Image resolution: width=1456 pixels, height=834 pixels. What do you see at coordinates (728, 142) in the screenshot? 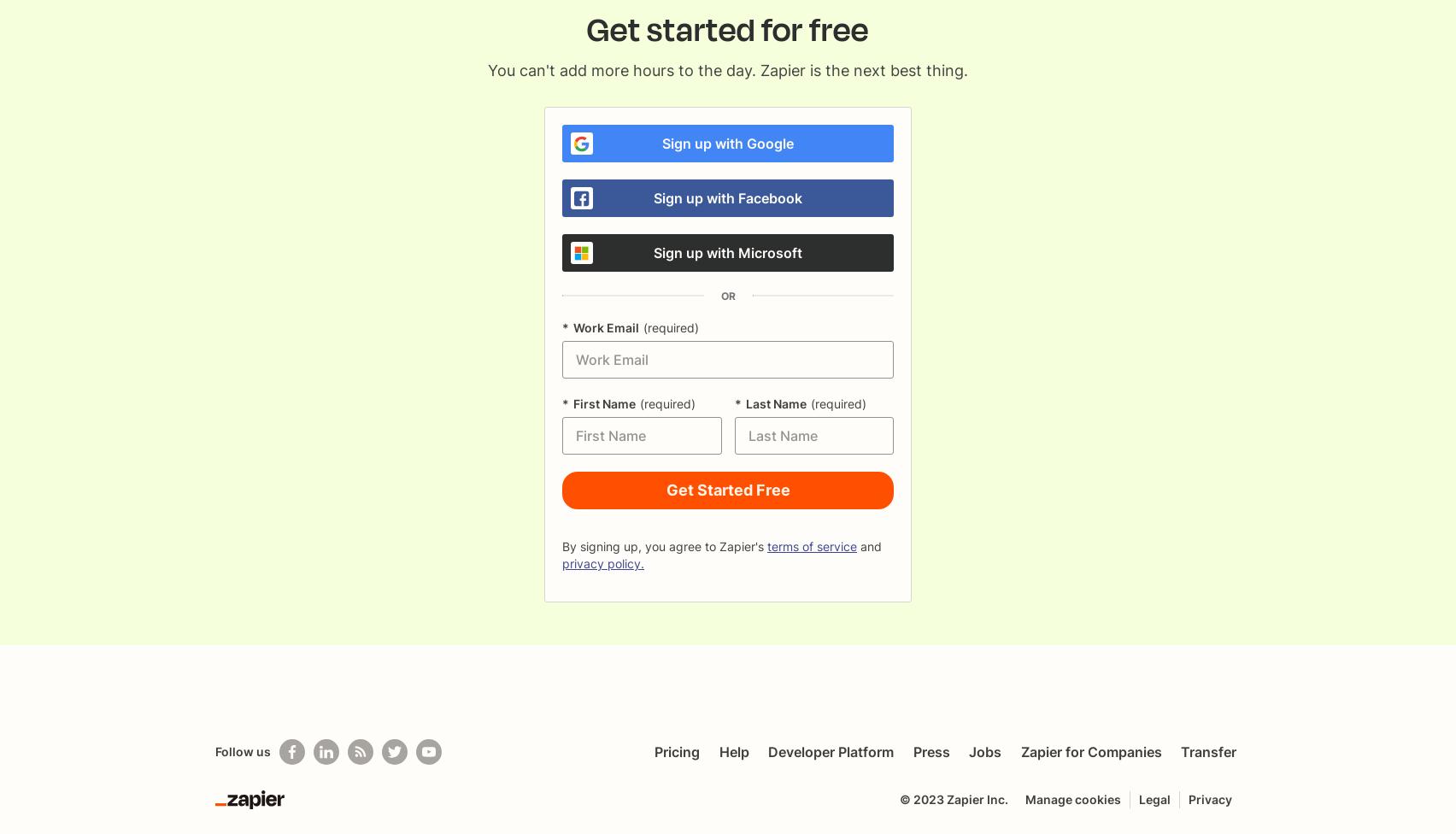
I see `'Sign up with Google'` at bounding box center [728, 142].